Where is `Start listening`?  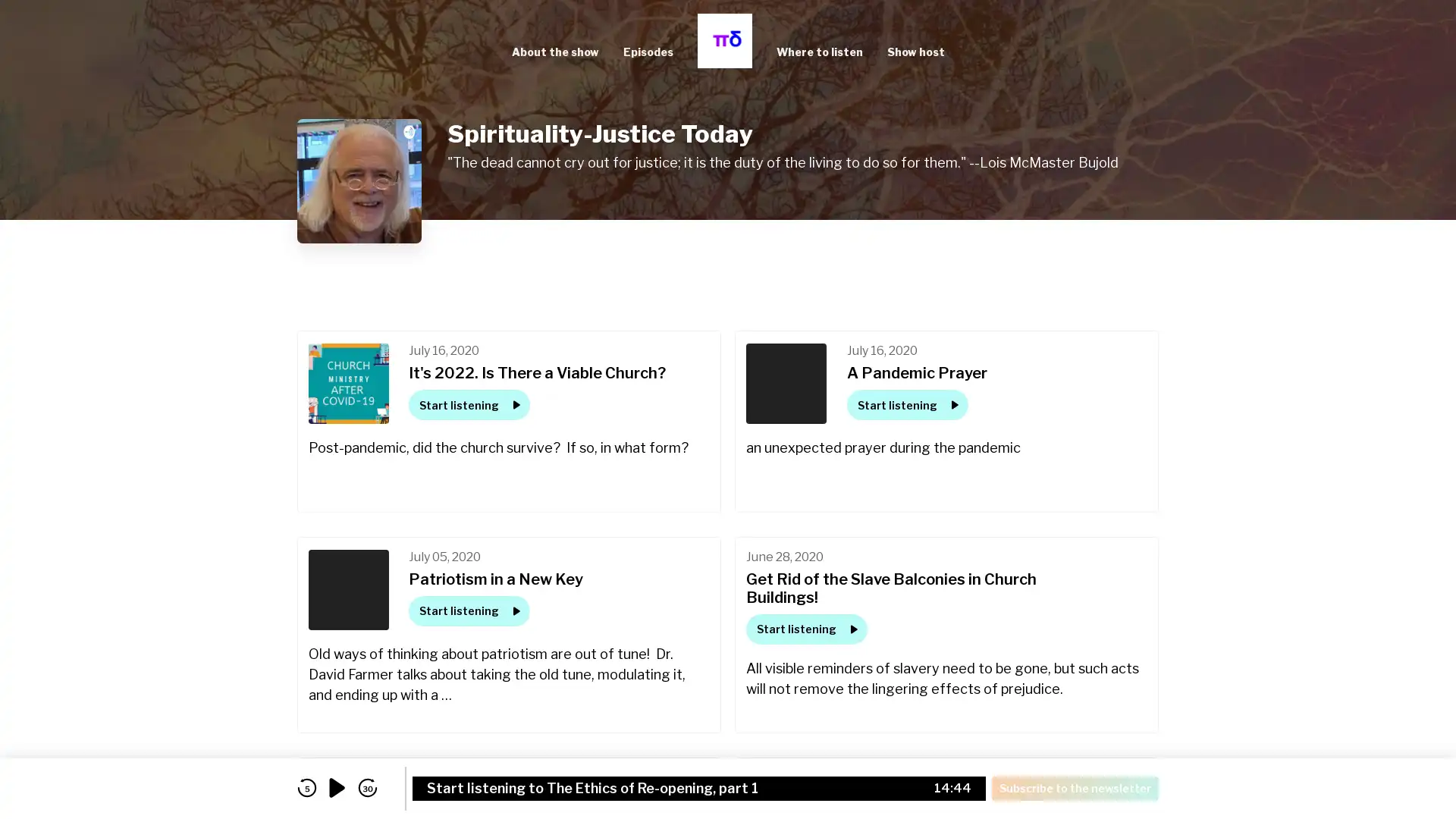 Start listening is located at coordinates (469, 610).